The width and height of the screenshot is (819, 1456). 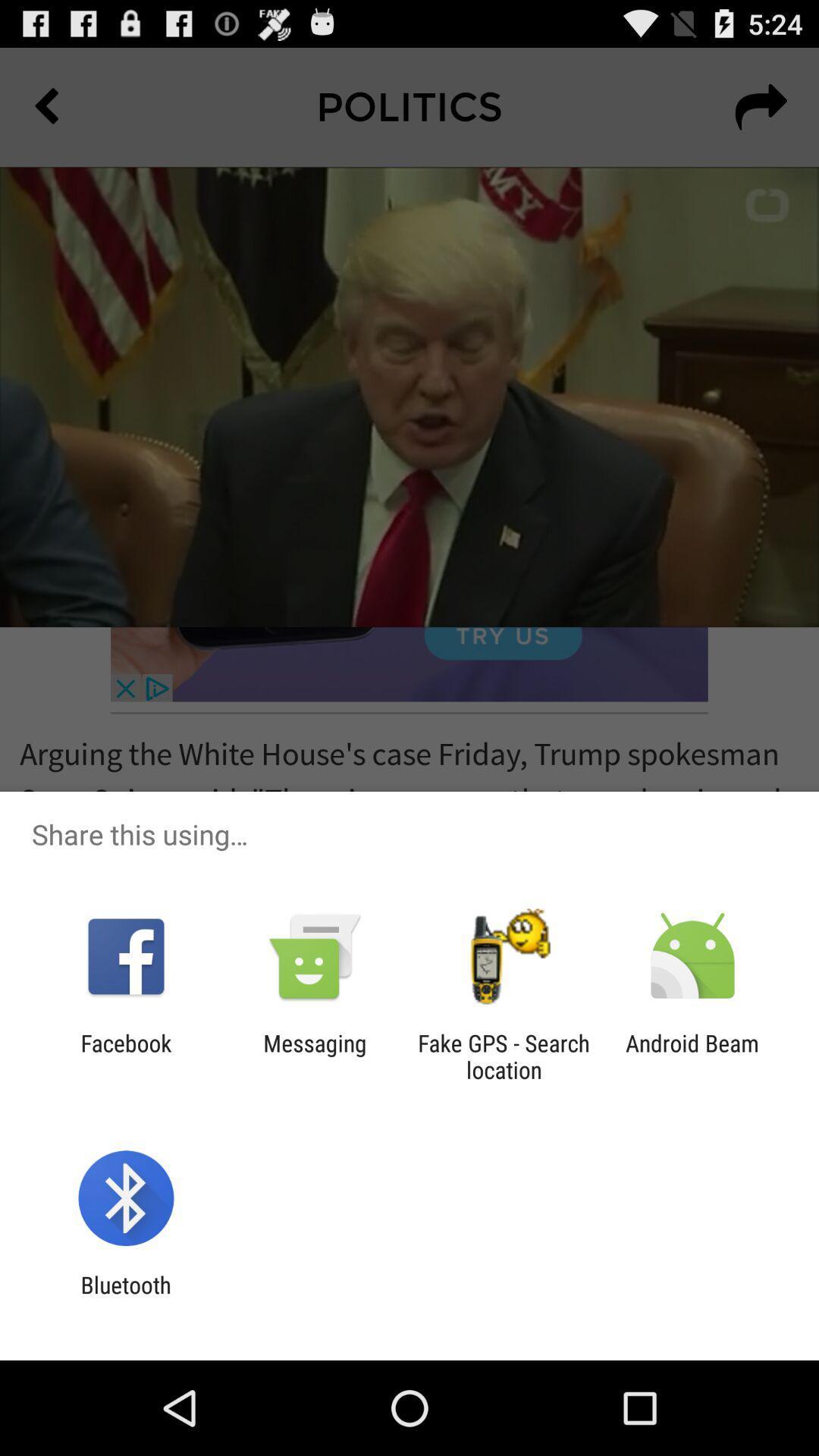 What do you see at coordinates (692, 1056) in the screenshot?
I see `android beam item` at bounding box center [692, 1056].